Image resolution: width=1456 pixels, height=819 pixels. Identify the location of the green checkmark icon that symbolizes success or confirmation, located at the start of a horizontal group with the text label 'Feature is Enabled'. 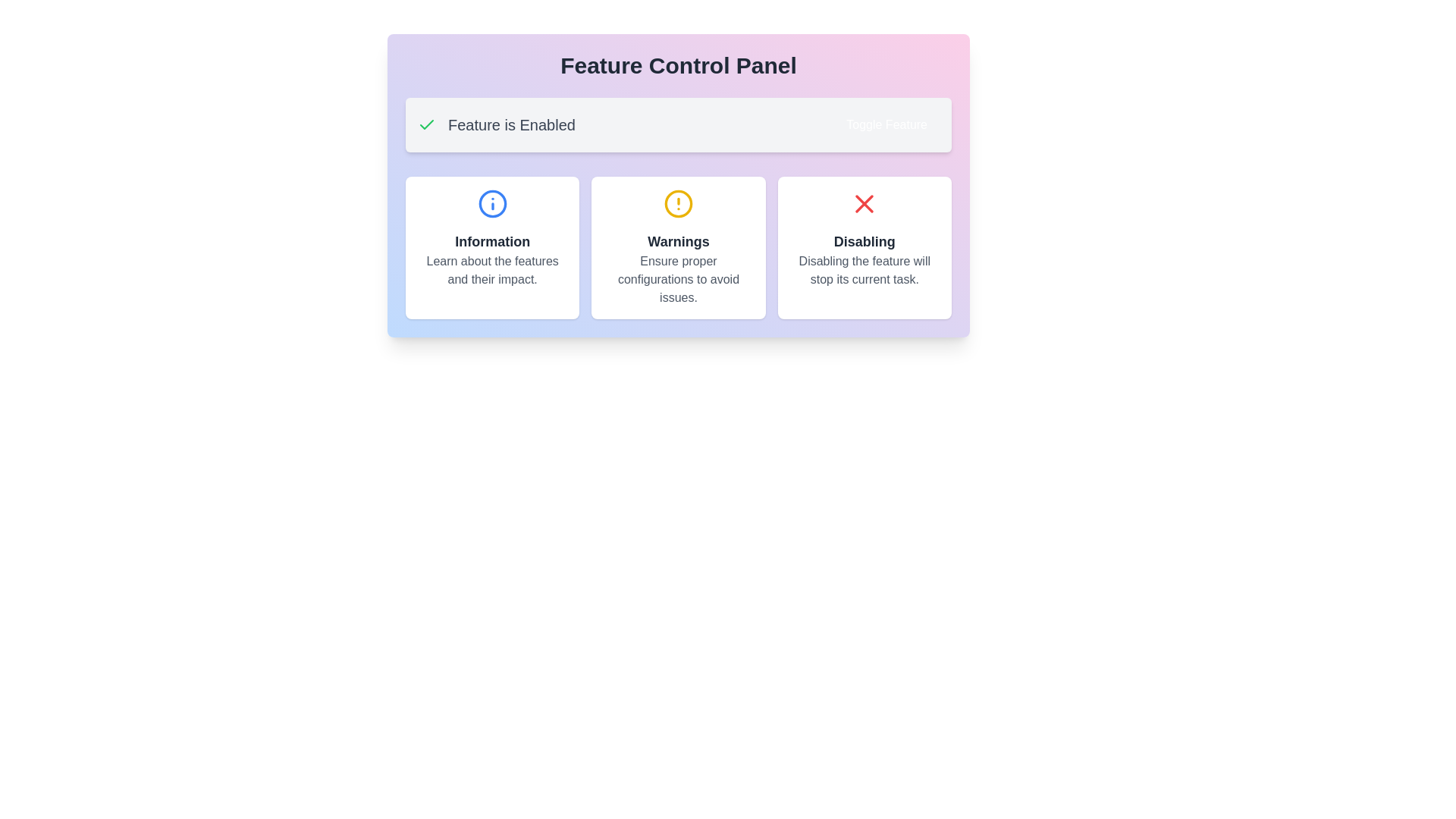
(425, 124).